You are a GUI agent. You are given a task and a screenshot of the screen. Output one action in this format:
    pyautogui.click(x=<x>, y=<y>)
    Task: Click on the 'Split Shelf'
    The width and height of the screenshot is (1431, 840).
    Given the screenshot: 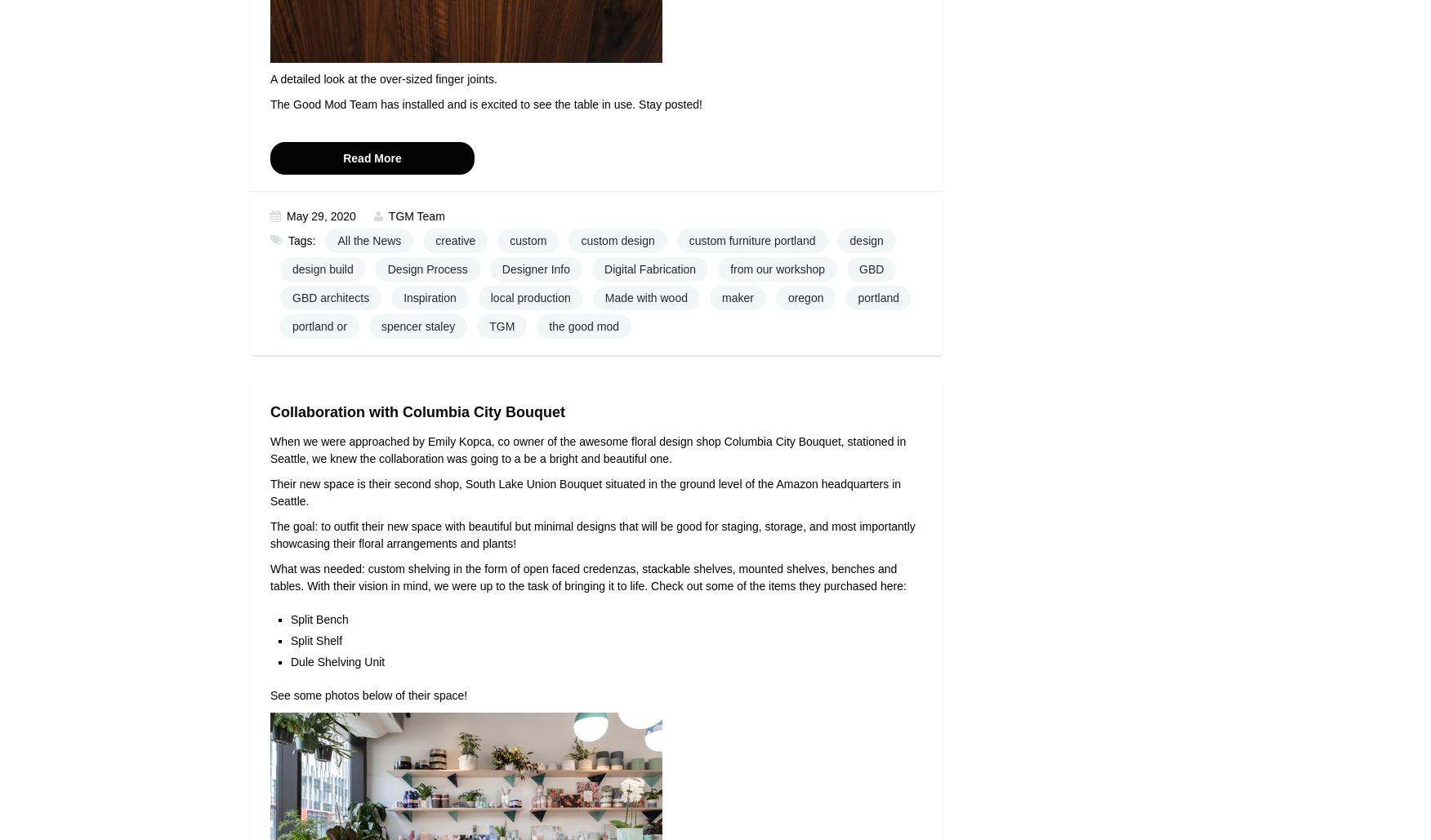 What is the action you would take?
    pyautogui.click(x=315, y=641)
    